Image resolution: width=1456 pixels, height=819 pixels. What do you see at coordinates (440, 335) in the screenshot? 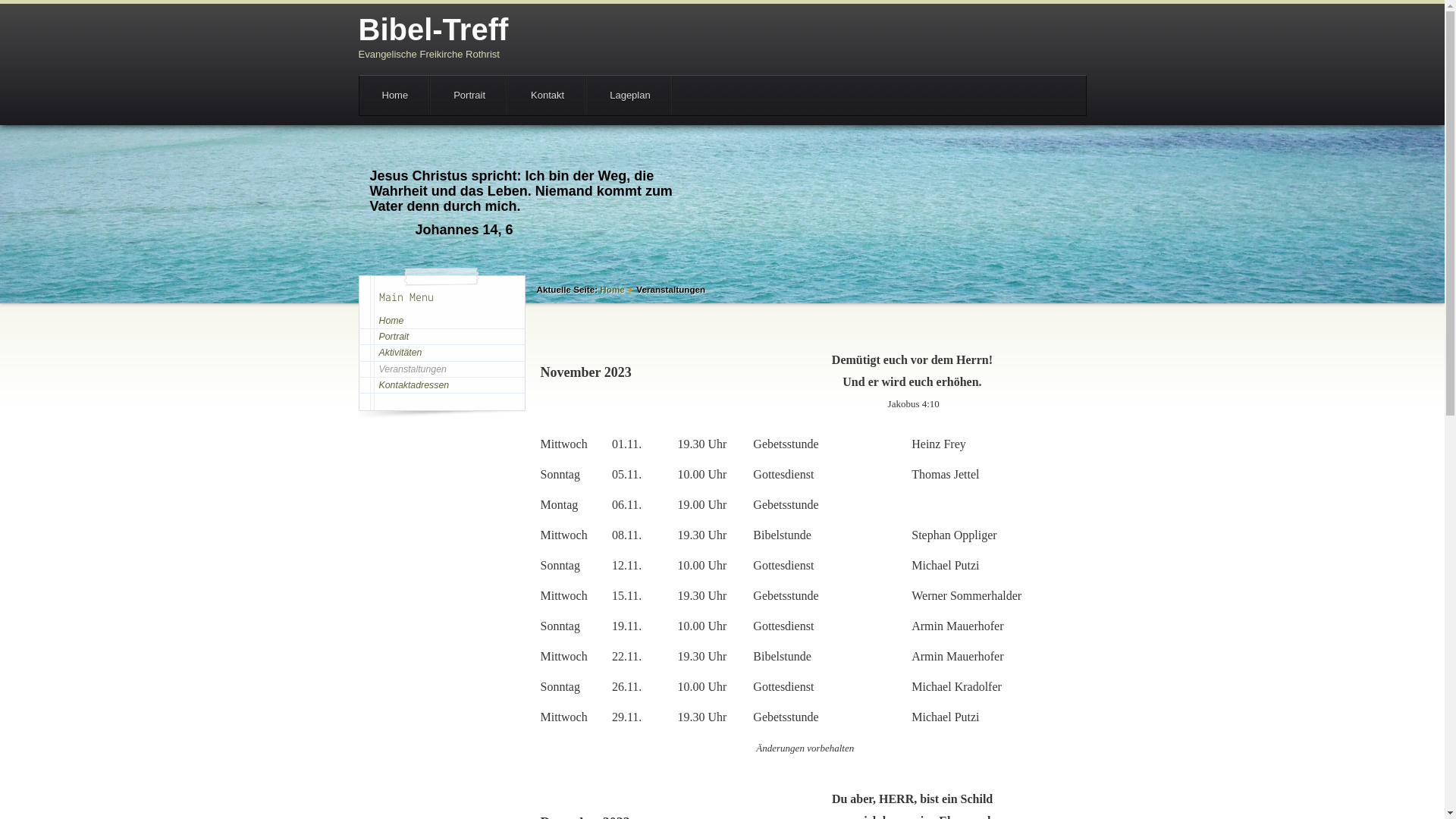
I see `'Portrait'` at bounding box center [440, 335].